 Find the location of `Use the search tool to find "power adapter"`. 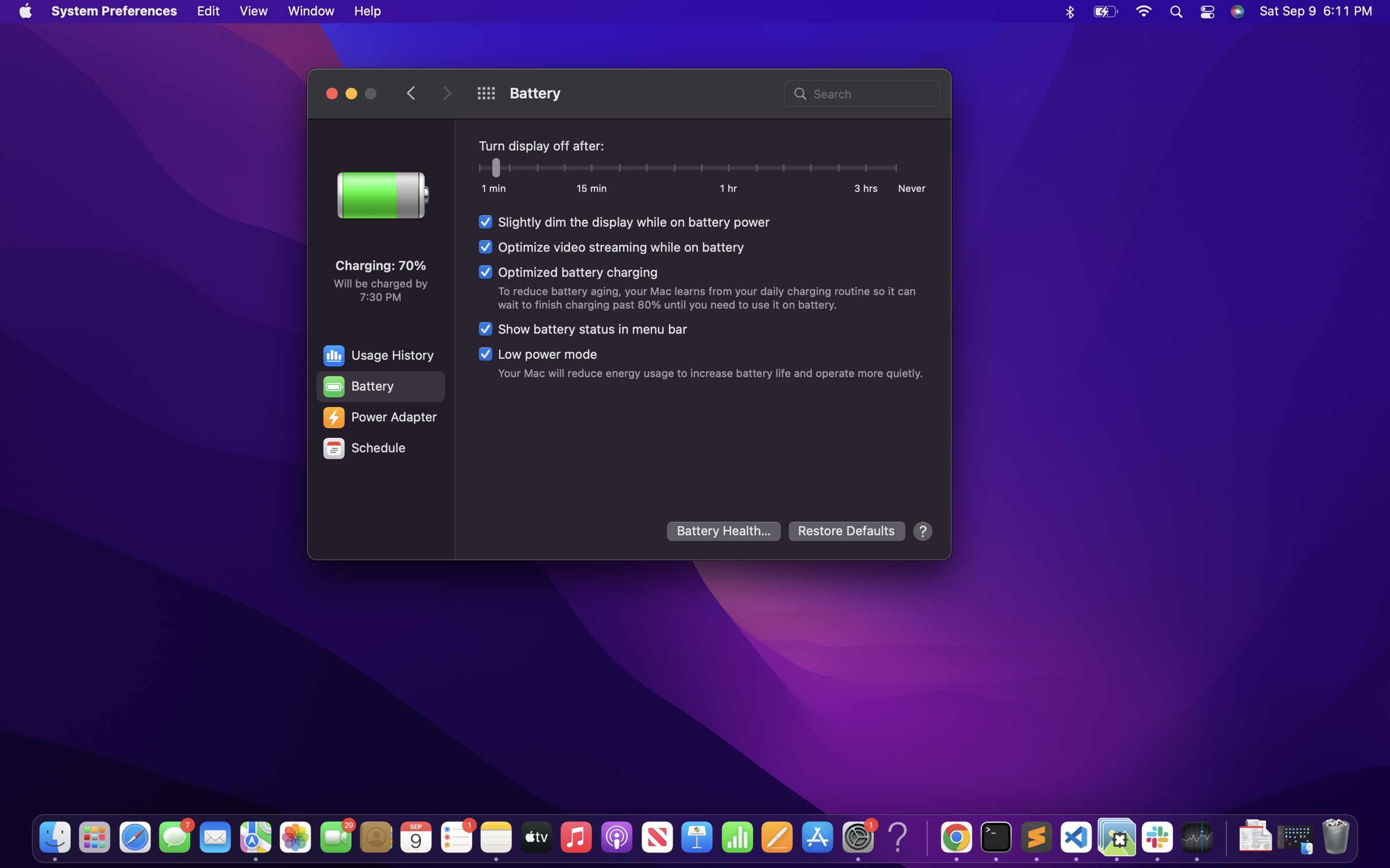

Use the search tool to find "power adapter" is located at coordinates (860, 92).